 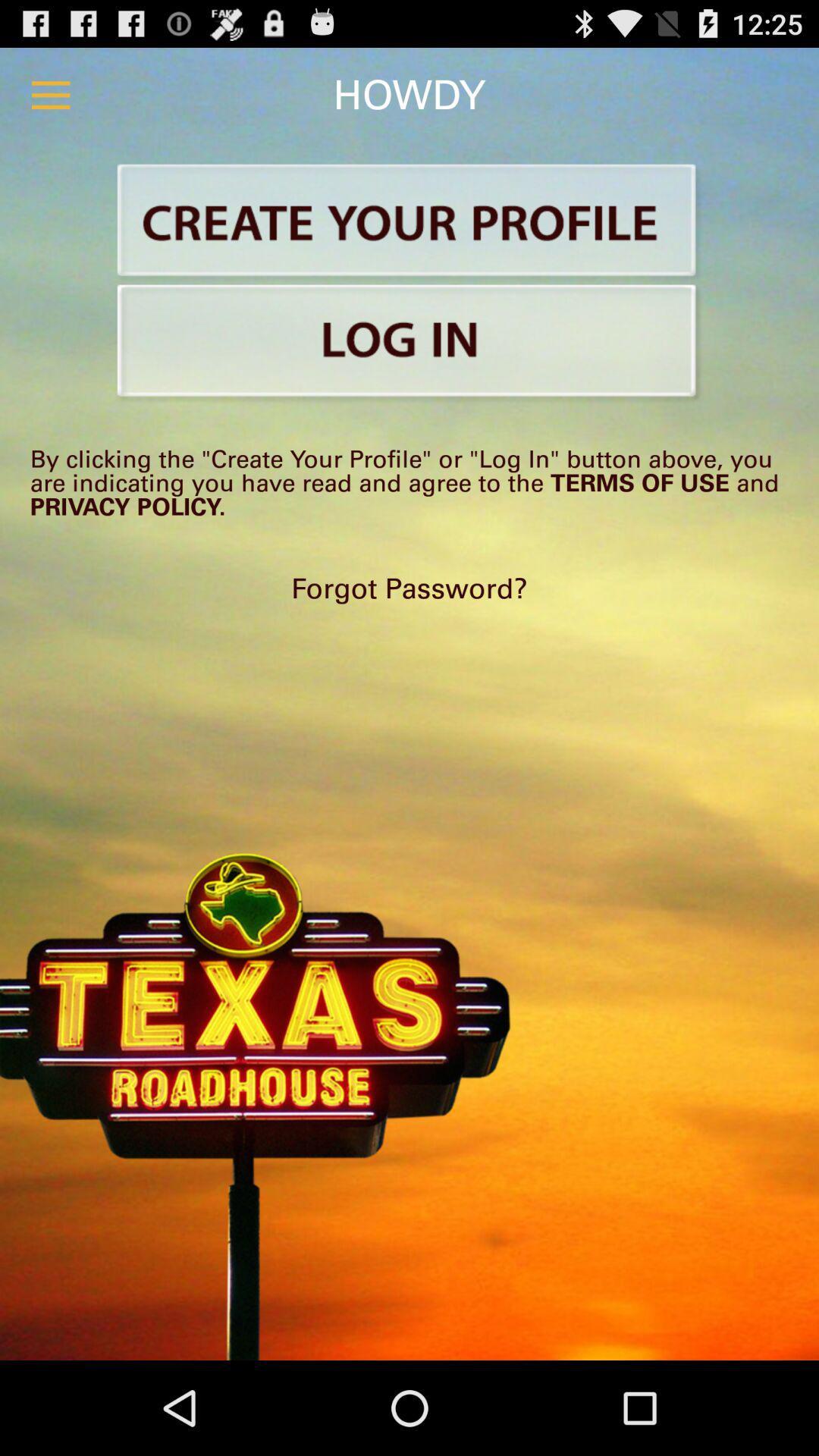 What do you see at coordinates (409, 222) in the screenshot?
I see `the item below the howdy item` at bounding box center [409, 222].